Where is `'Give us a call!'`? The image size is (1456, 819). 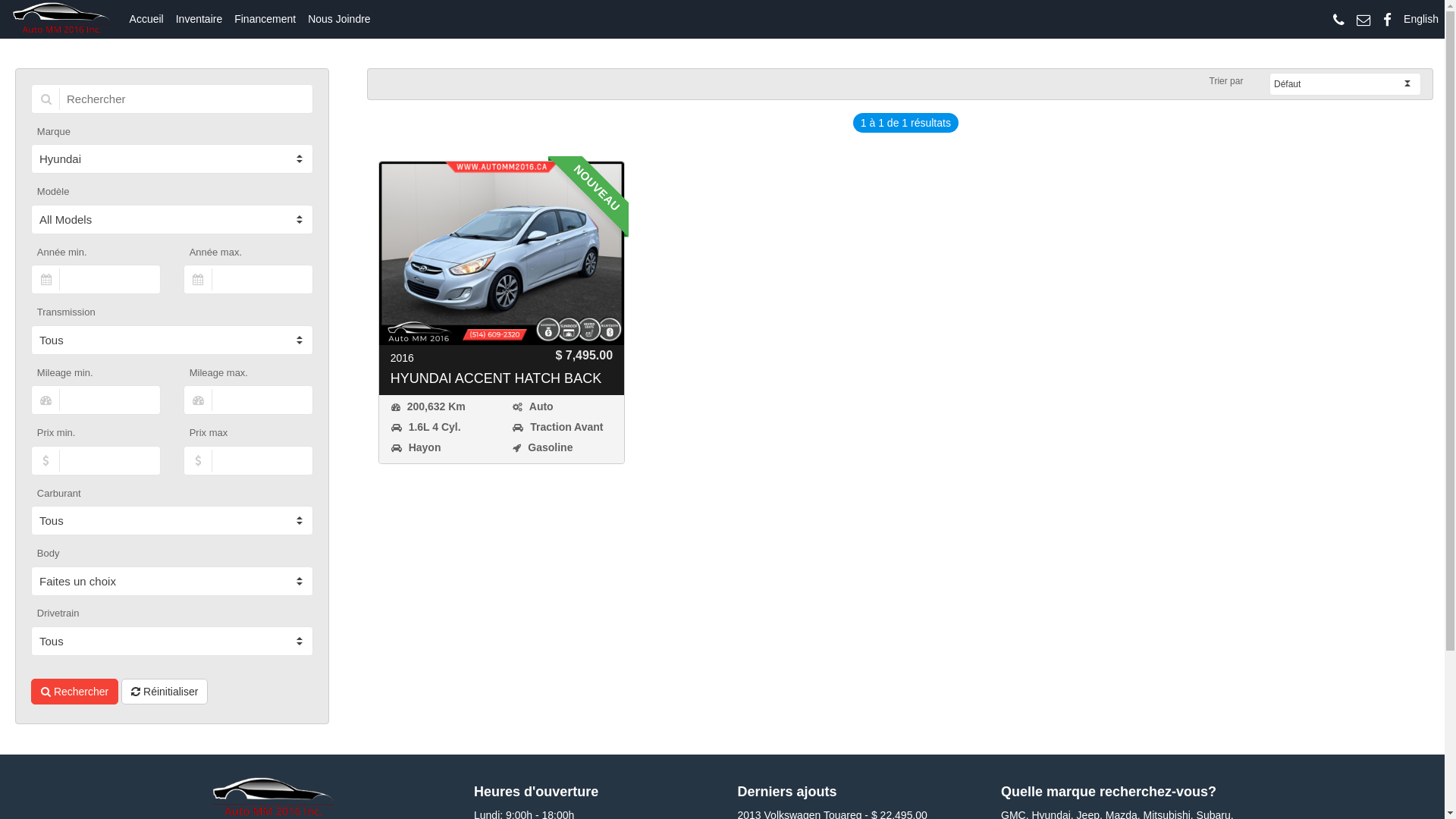 'Give us a call!' is located at coordinates (1338, 20).